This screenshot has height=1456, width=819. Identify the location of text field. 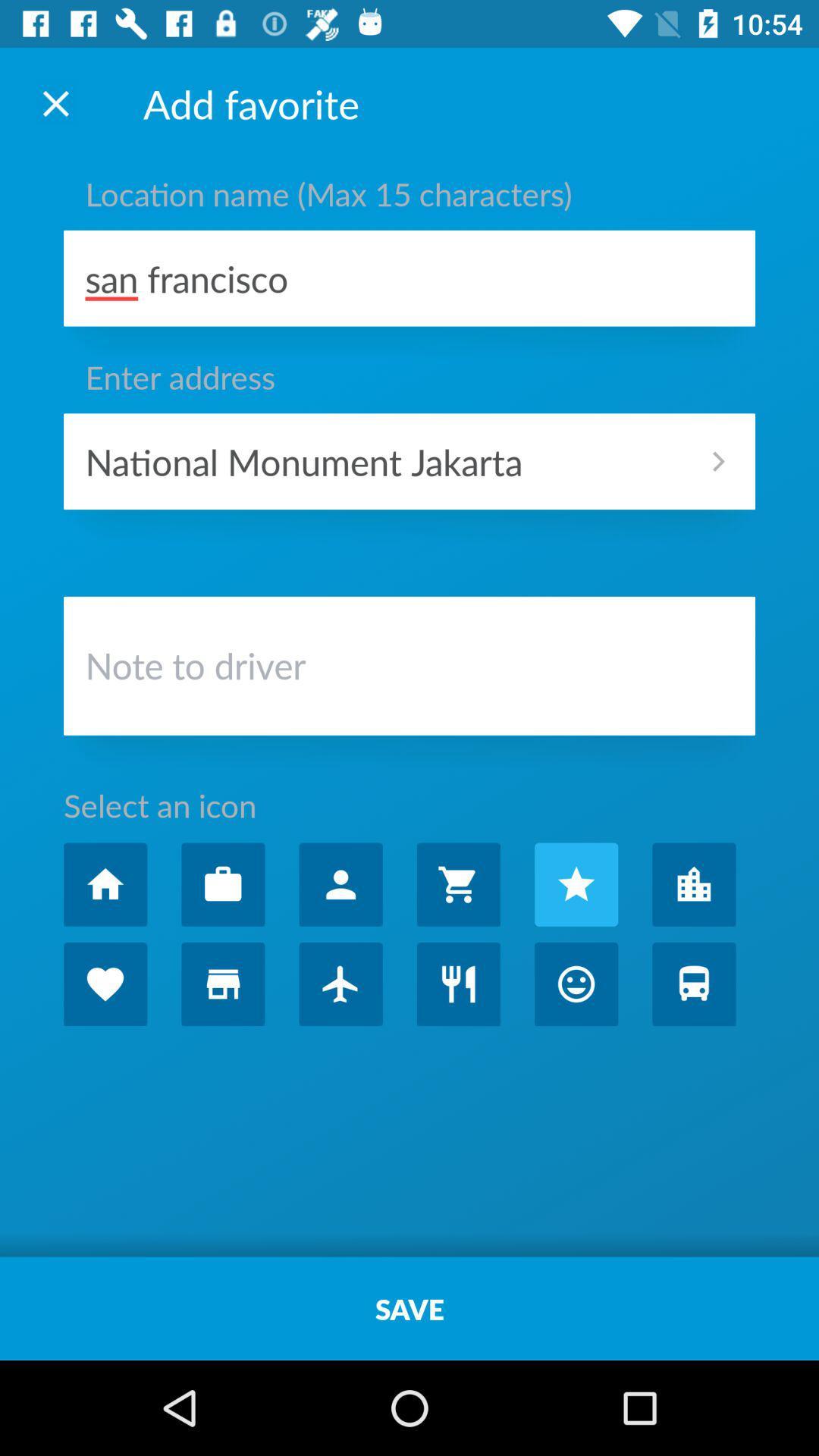
(409, 669).